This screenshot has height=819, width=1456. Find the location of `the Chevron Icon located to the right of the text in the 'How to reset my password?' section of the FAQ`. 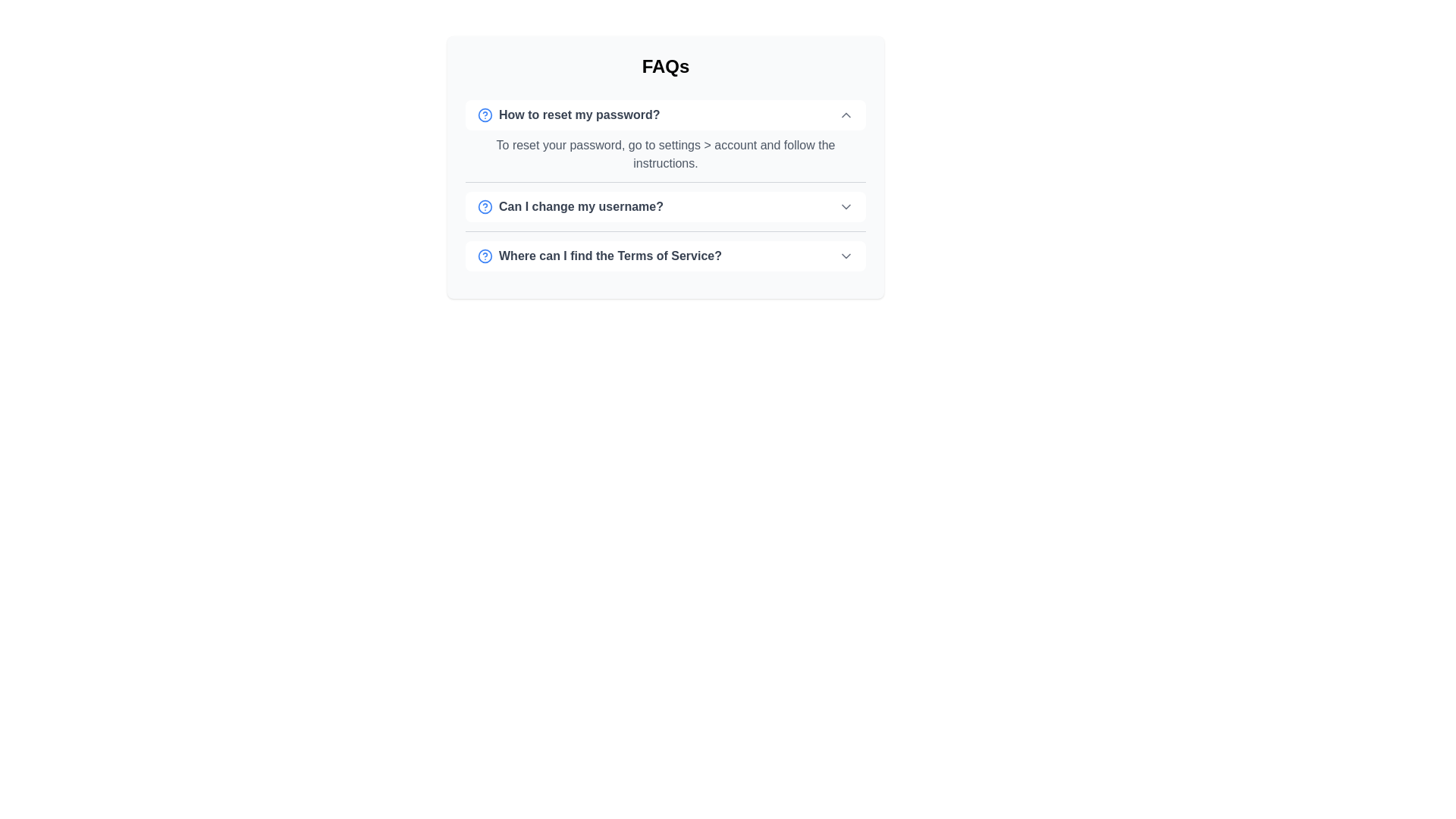

the Chevron Icon located to the right of the text in the 'How to reset my password?' section of the FAQ is located at coordinates (846, 114).